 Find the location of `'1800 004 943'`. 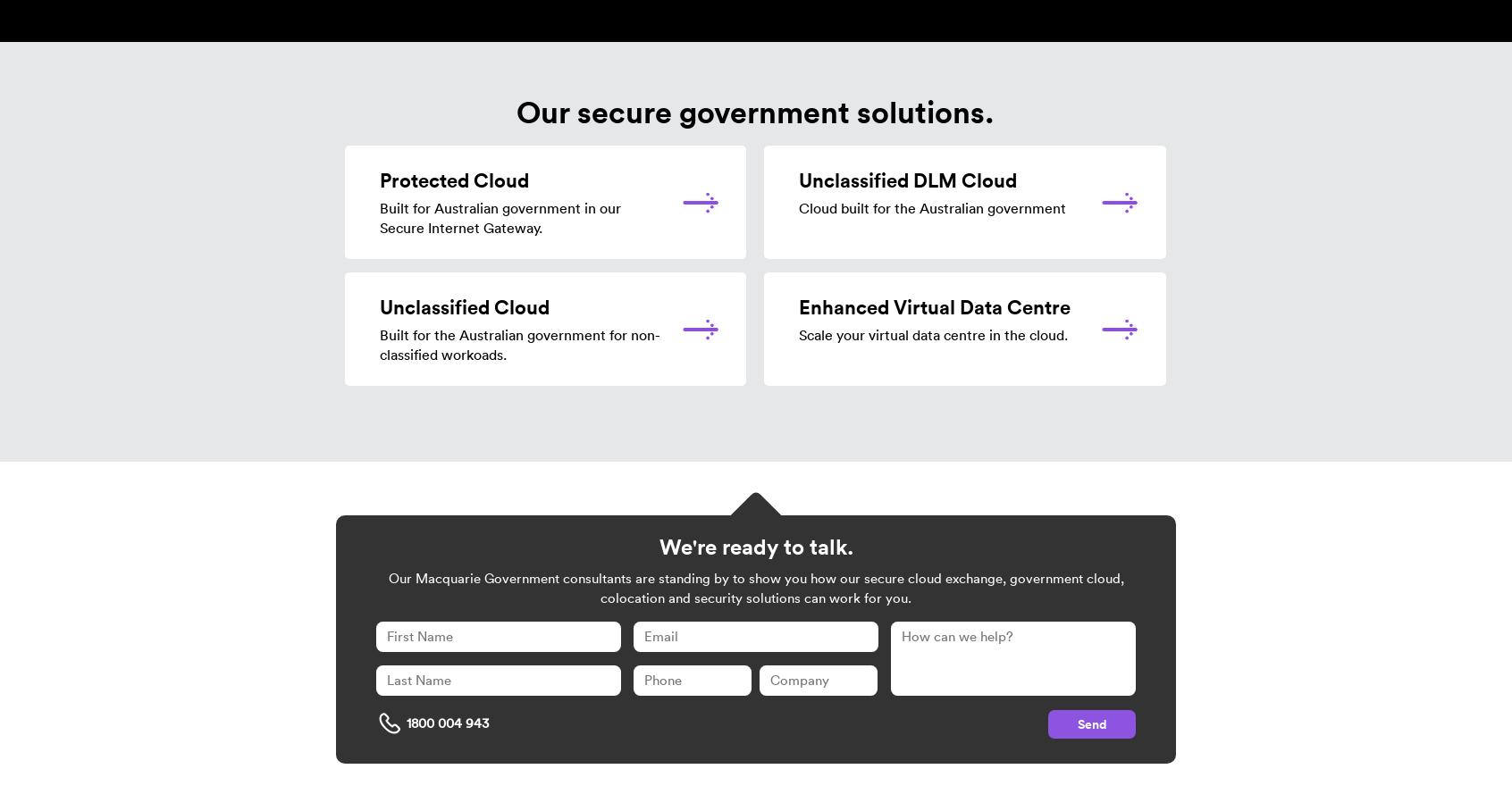

'1800 004 943' is located at coordinates (448, 723).